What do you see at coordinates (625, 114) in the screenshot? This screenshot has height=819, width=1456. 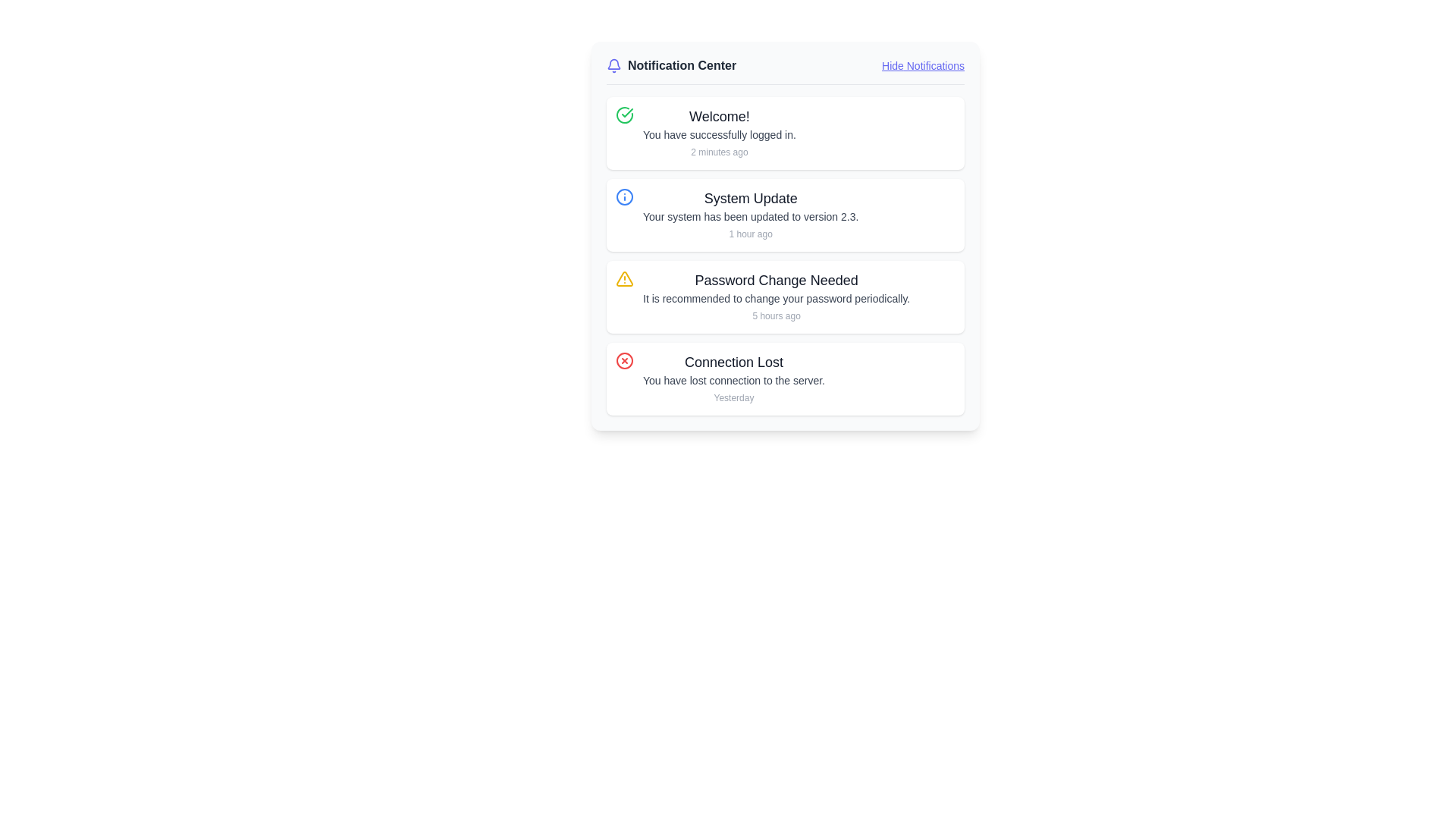 I see `the success icon located to the left of the 'Welcome!' text in the notification that indicates successful login` at bounding box center [625, 114].